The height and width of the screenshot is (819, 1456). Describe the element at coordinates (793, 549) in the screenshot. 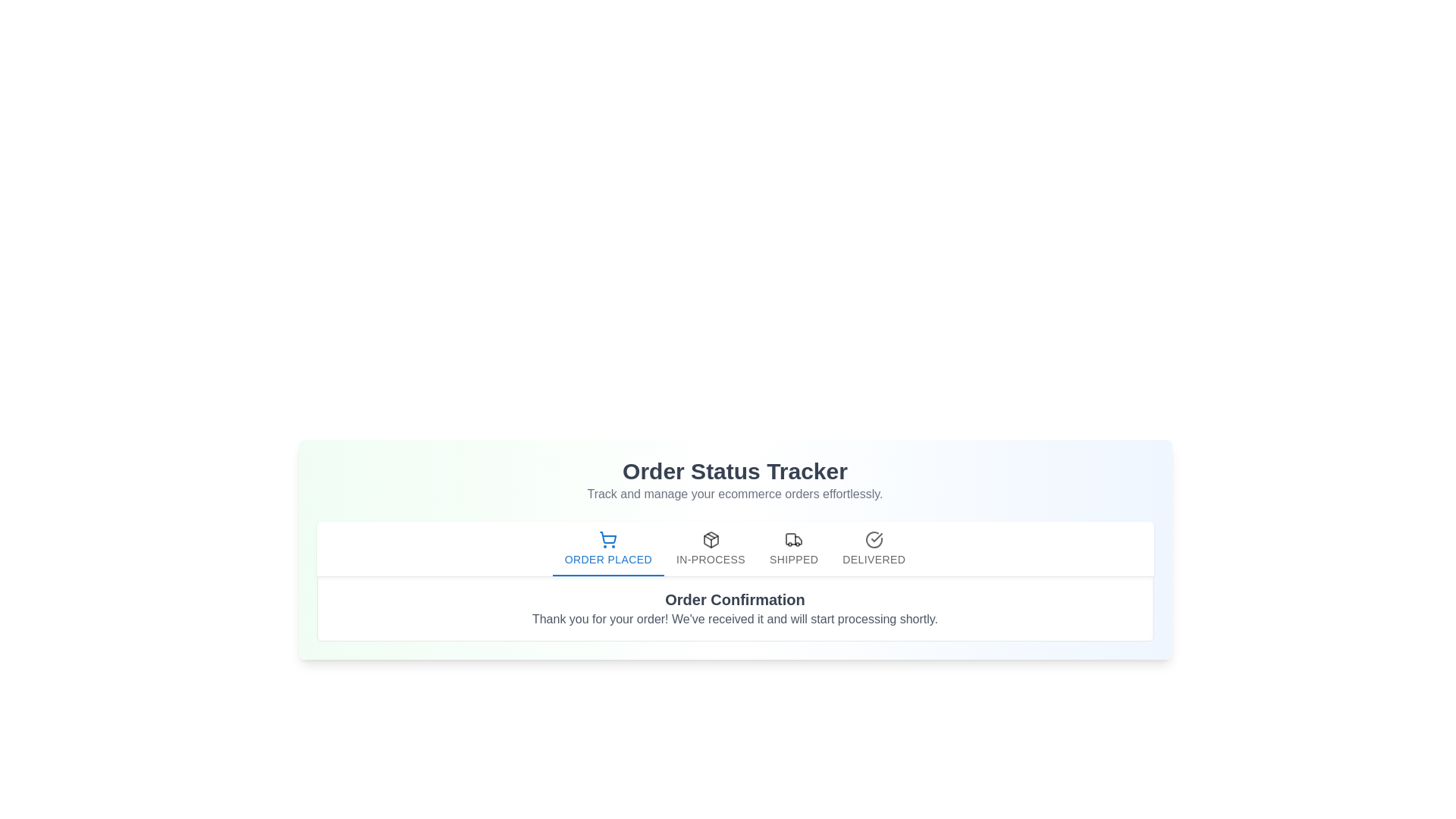

I see `the 'Shipped' tab in the 'Order Status Tabs' navigation bar` at that location.